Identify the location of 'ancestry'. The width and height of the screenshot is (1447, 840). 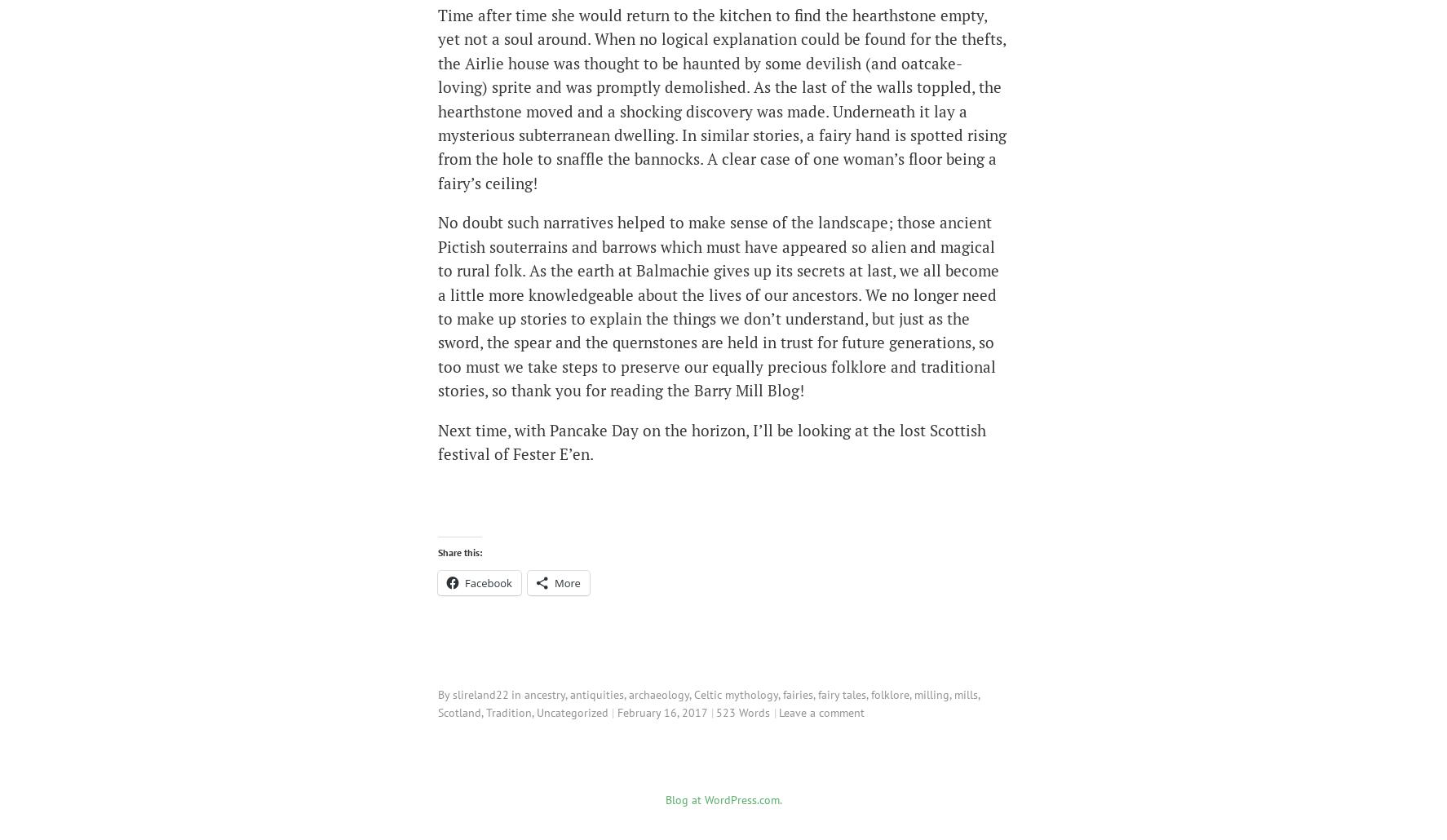
(545, 692).